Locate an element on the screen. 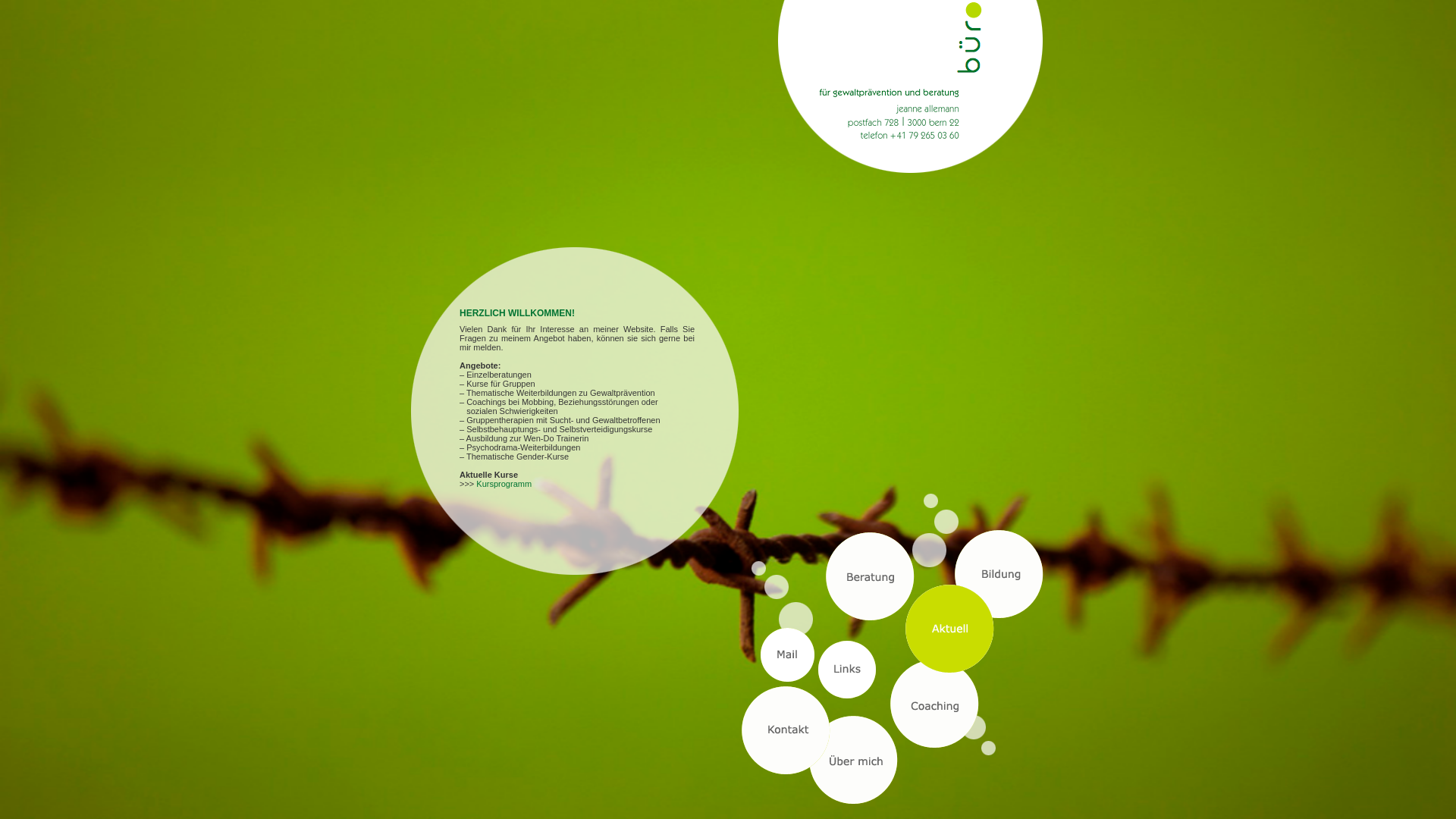  'Kursprogramm' is located at coordinates (504, 483).